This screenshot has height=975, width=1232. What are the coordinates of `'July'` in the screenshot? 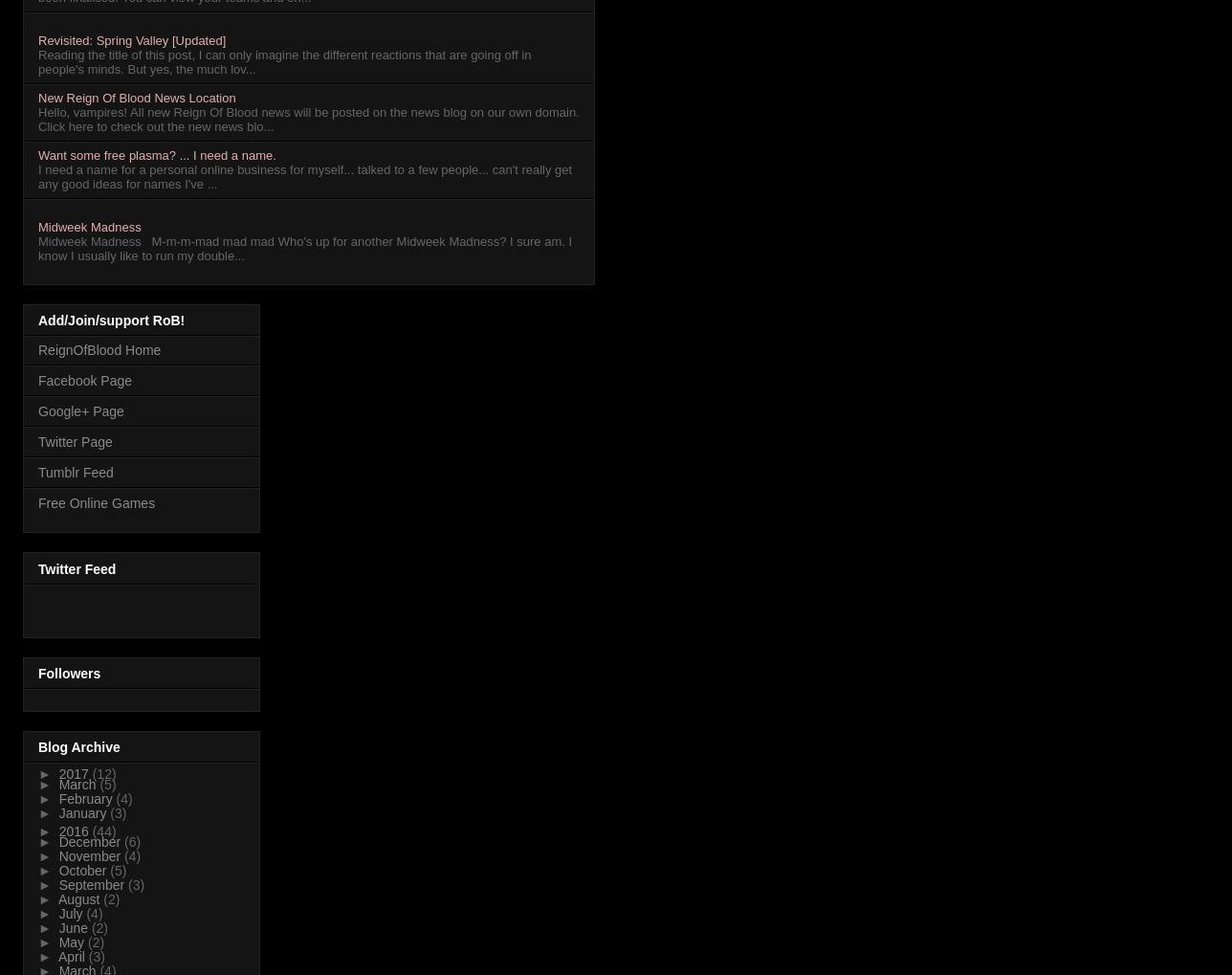 It's located at (72, 913).